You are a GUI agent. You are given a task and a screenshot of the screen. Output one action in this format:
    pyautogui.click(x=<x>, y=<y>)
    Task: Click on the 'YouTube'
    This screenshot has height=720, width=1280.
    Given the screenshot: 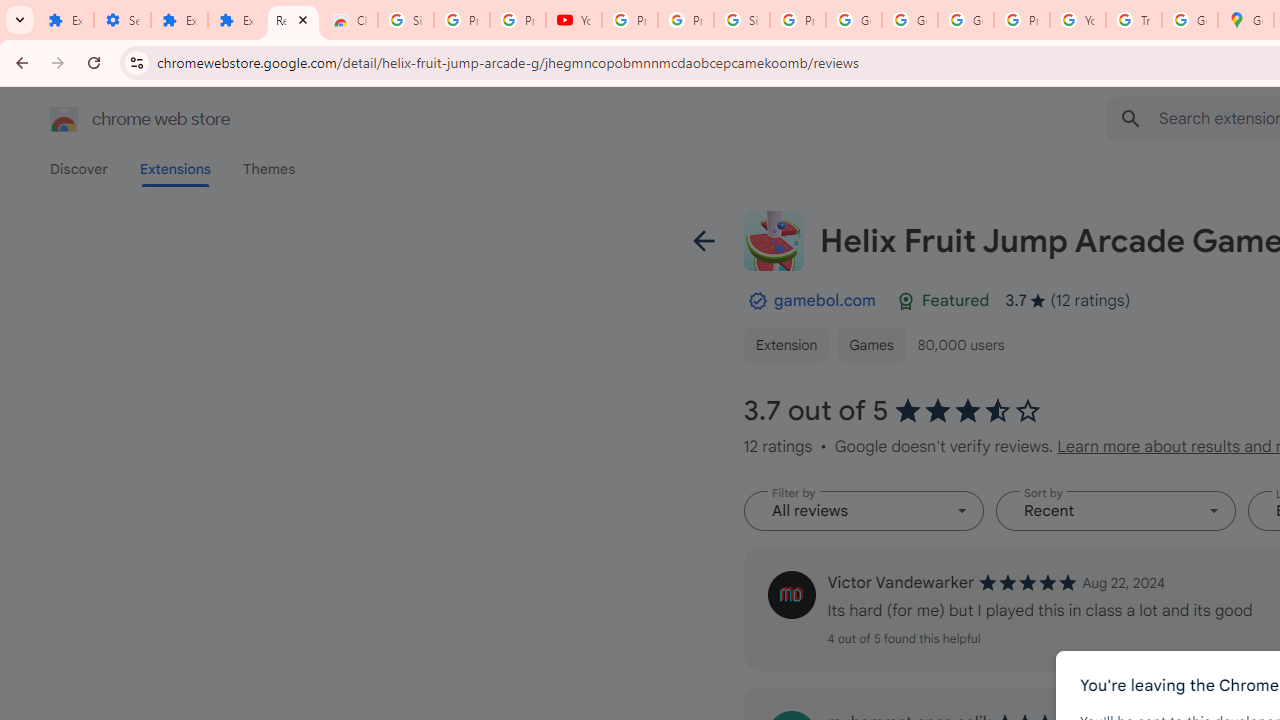 What is the action you would take?
    pyautogui.click(x=573, y=20)
    